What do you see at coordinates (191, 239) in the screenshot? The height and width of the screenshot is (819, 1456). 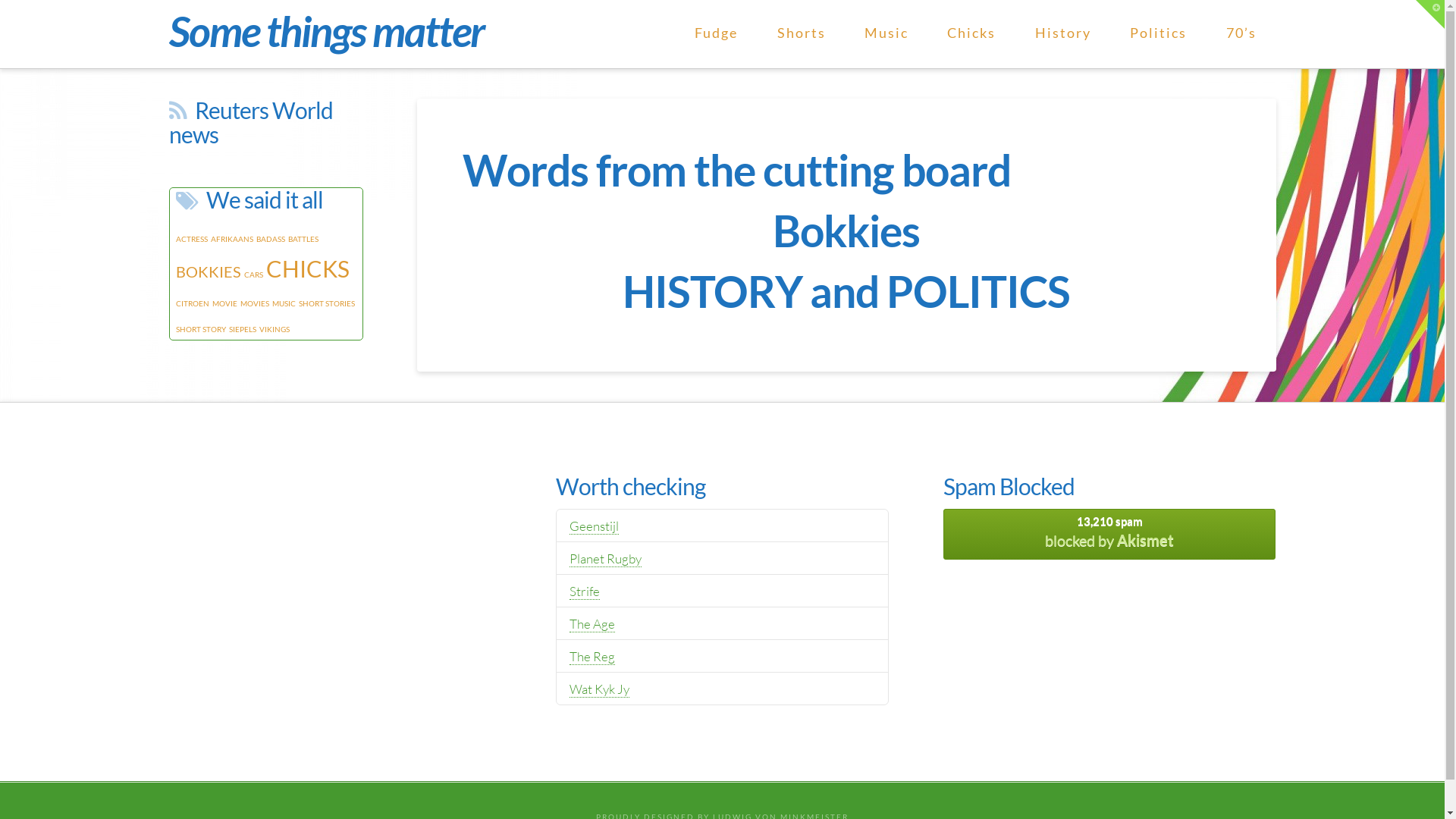 I see `'ACTRESS'` at bounding box center [191, 239].